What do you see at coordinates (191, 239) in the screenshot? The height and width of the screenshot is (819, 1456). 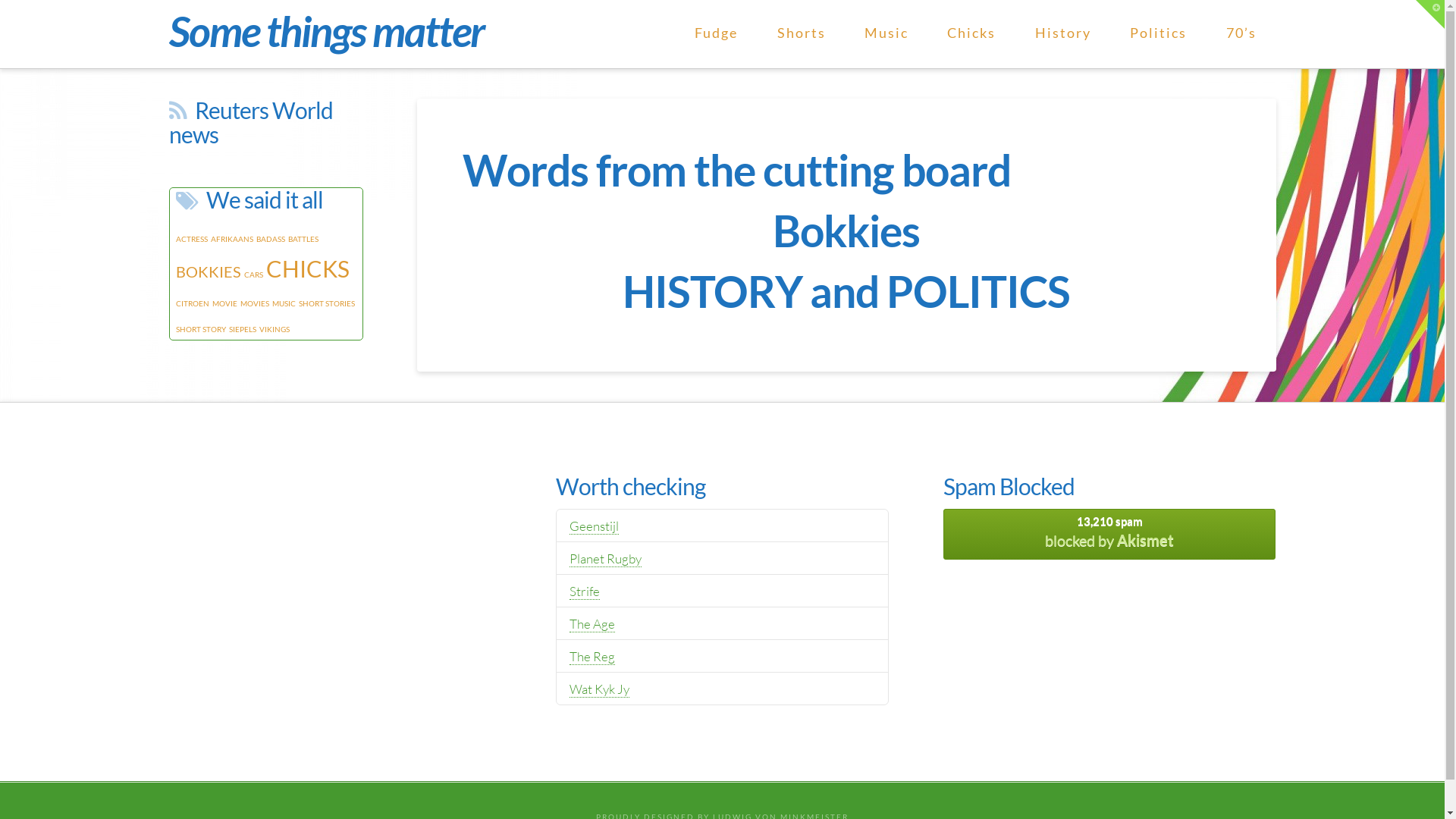 I see `'ACTRESS'` at bounding box center [191, 239].